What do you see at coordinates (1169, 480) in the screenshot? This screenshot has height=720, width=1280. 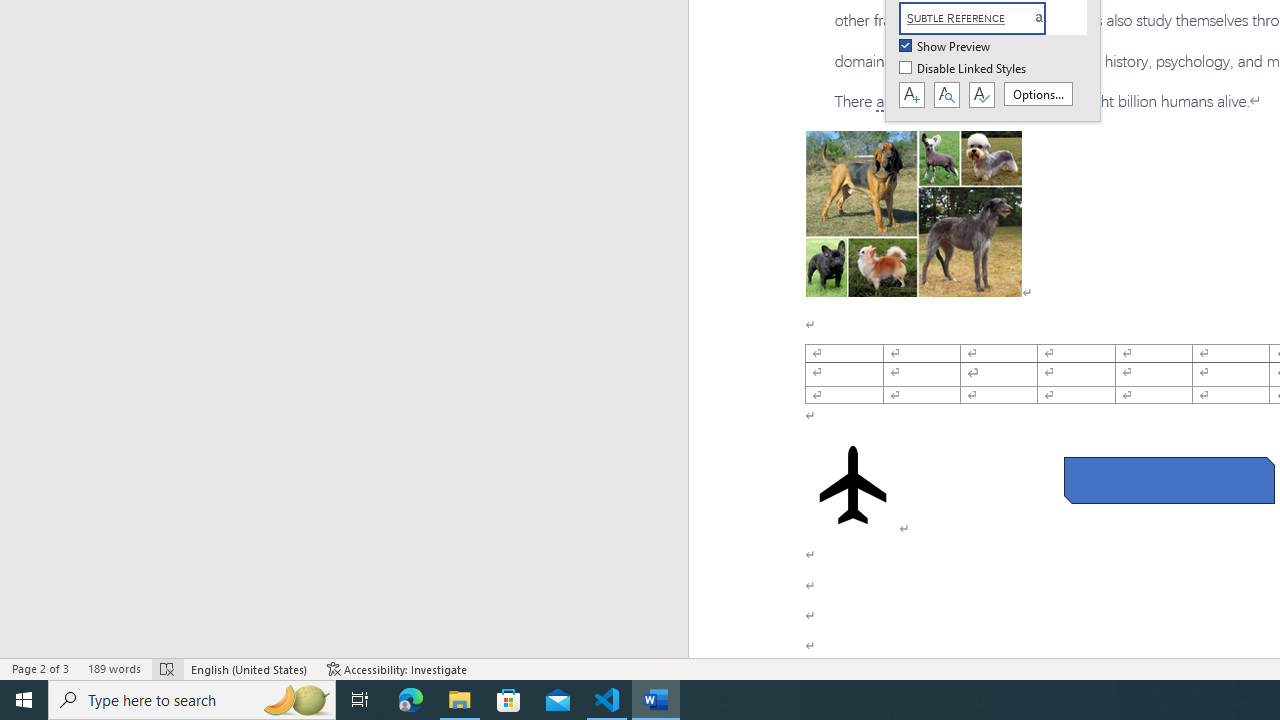 I see `'Rectangle: Diagonal Corners Snipped 2'` at bounding box center [1169, 480].